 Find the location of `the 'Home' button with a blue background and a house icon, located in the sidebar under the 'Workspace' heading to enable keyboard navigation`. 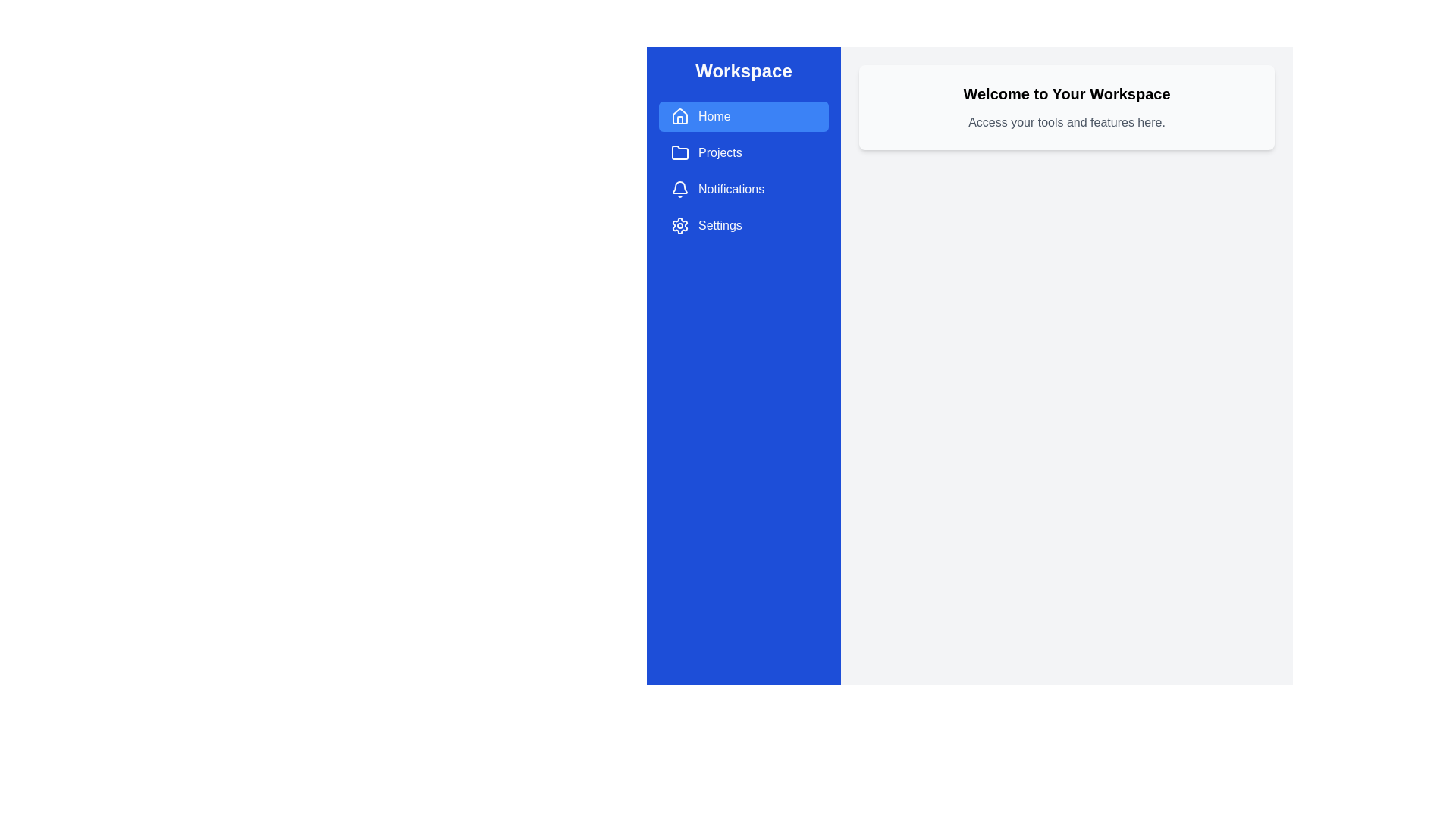

the 'Home' button with a blue background and a house icon, located in the sidebar under the 'Workspace' heading to enable keyboard navigation is located at coordinates (743, 116).